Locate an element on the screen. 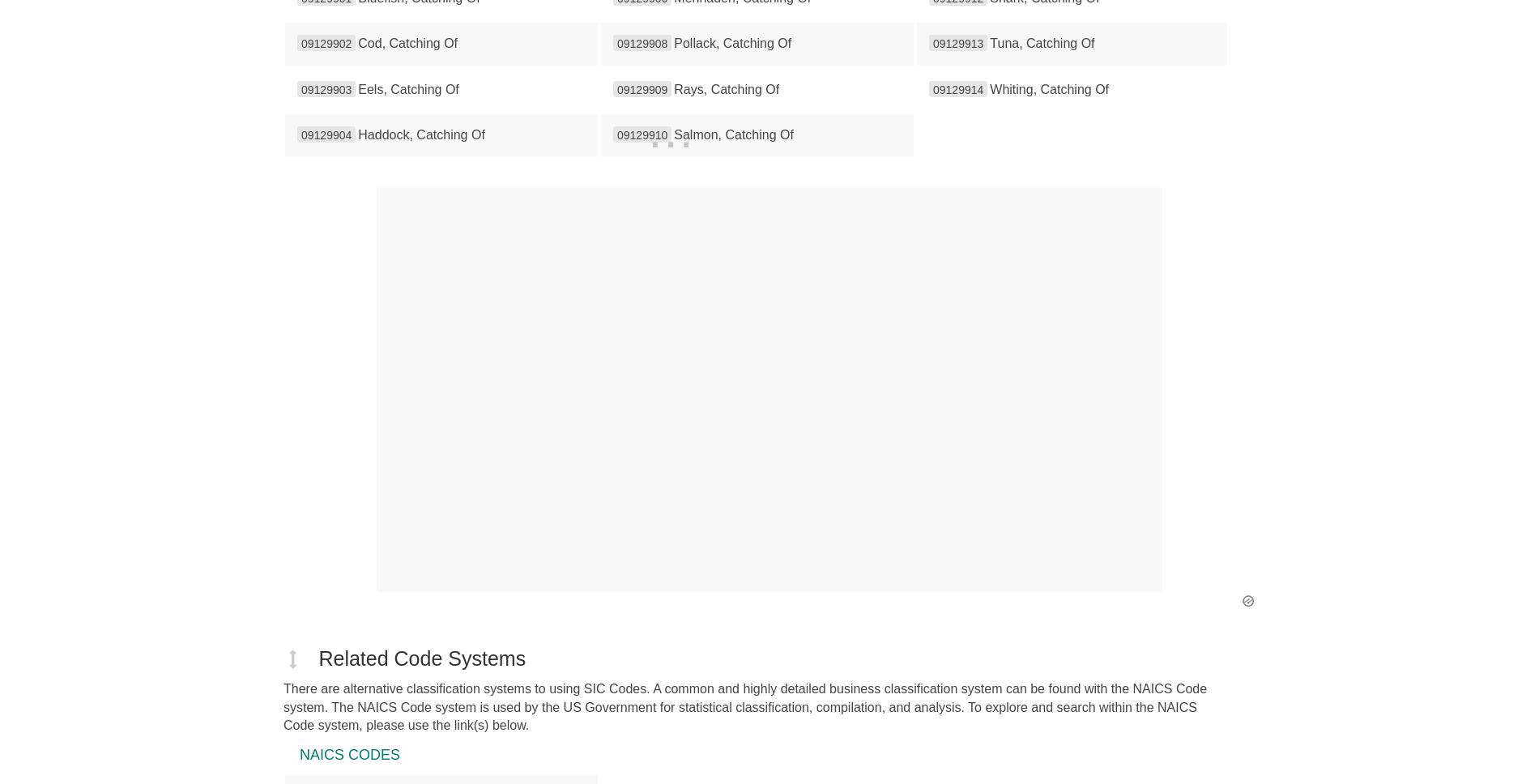 This screenshot has width=1539, height=784. 'Whiting, Catching Of' is located at coordinates (989, 88).